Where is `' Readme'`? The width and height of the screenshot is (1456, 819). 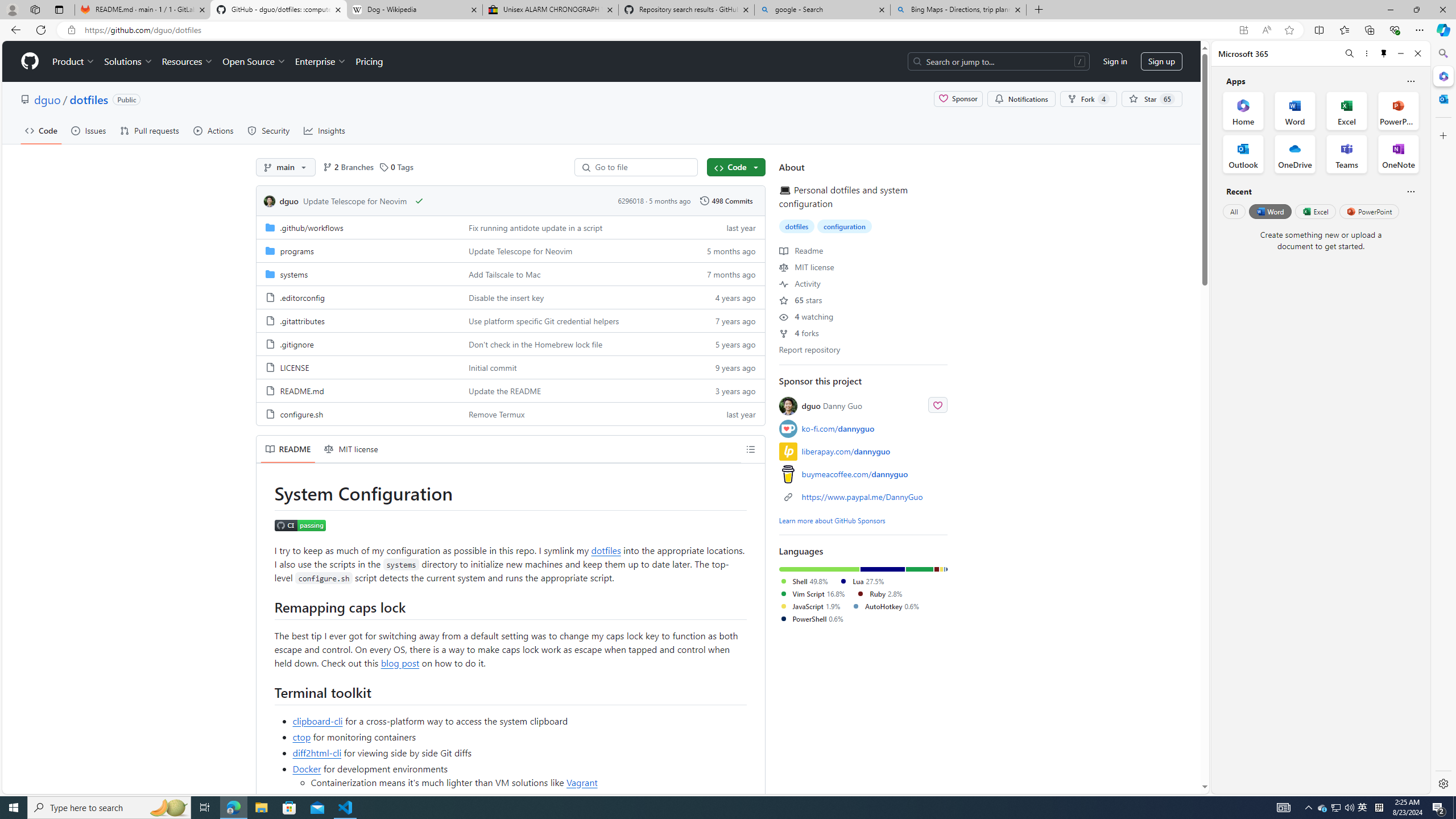 ' Readme' is located at coordinates (801, 249).